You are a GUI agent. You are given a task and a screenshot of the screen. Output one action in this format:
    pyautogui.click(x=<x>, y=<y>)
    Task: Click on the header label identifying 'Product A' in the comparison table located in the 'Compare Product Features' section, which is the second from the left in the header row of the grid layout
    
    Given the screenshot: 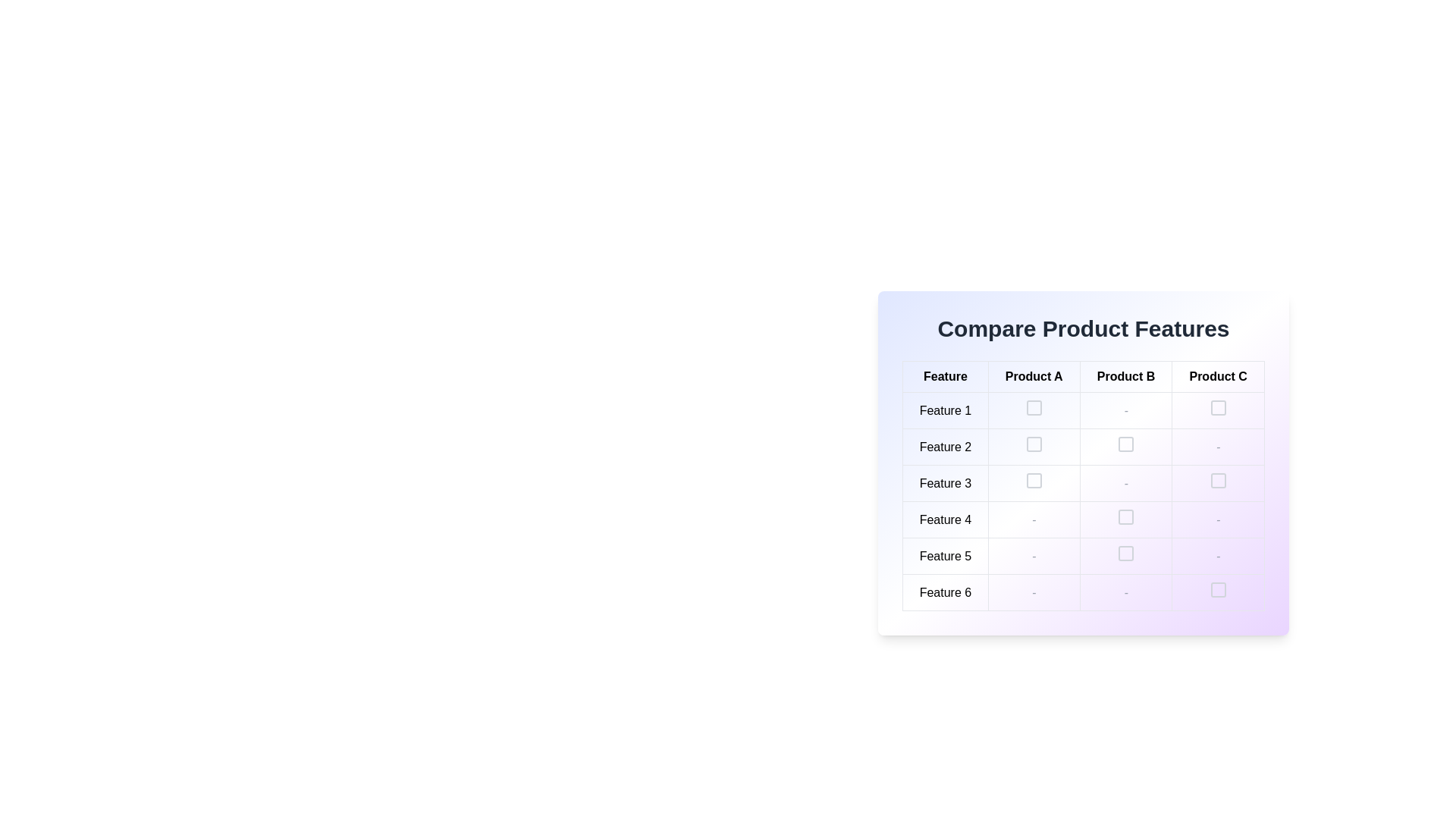 What is the action you would take?
    pyautogui.click(x=1033, y=376)
    